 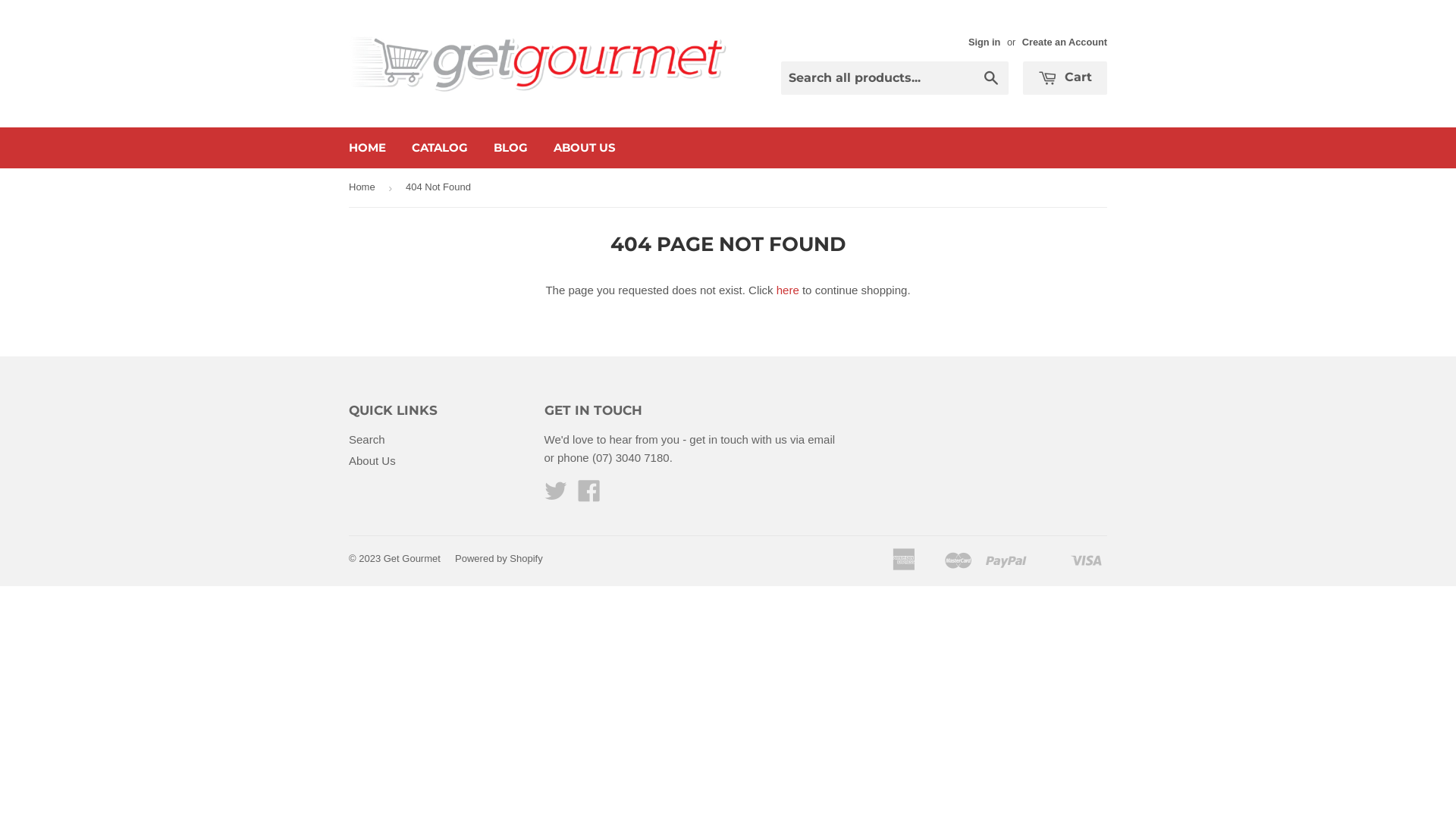 I want to click on 'CATALOG', so click(x=439, y=148).